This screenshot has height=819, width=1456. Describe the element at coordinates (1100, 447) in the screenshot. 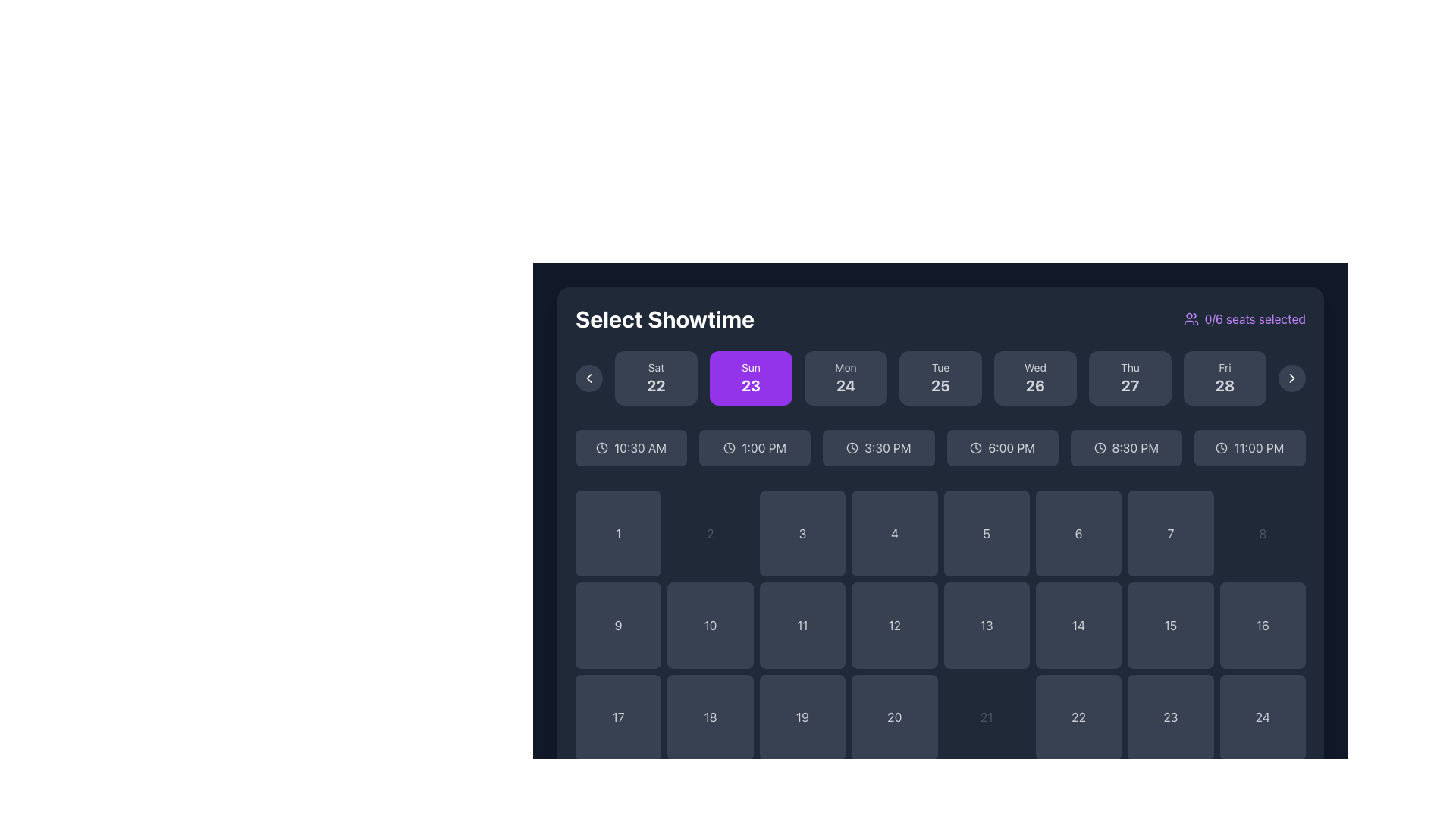

I see `the central circular graphical element of the clock icon representing the time slot '8:30 PM' on Thursday, 27th` at that location.